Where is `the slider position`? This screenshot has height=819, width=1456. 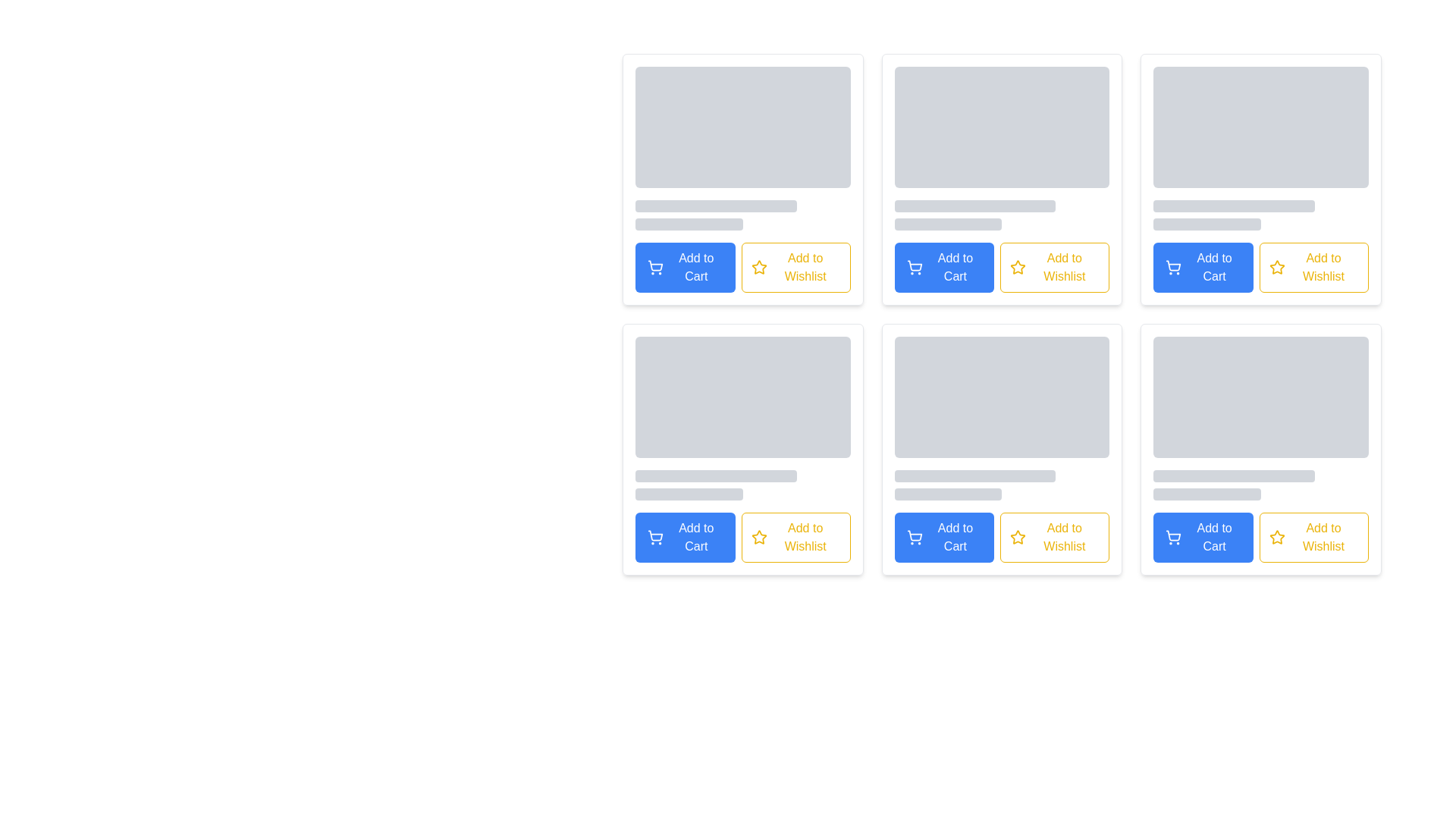 the slider position is located at coordinates (949, 494).